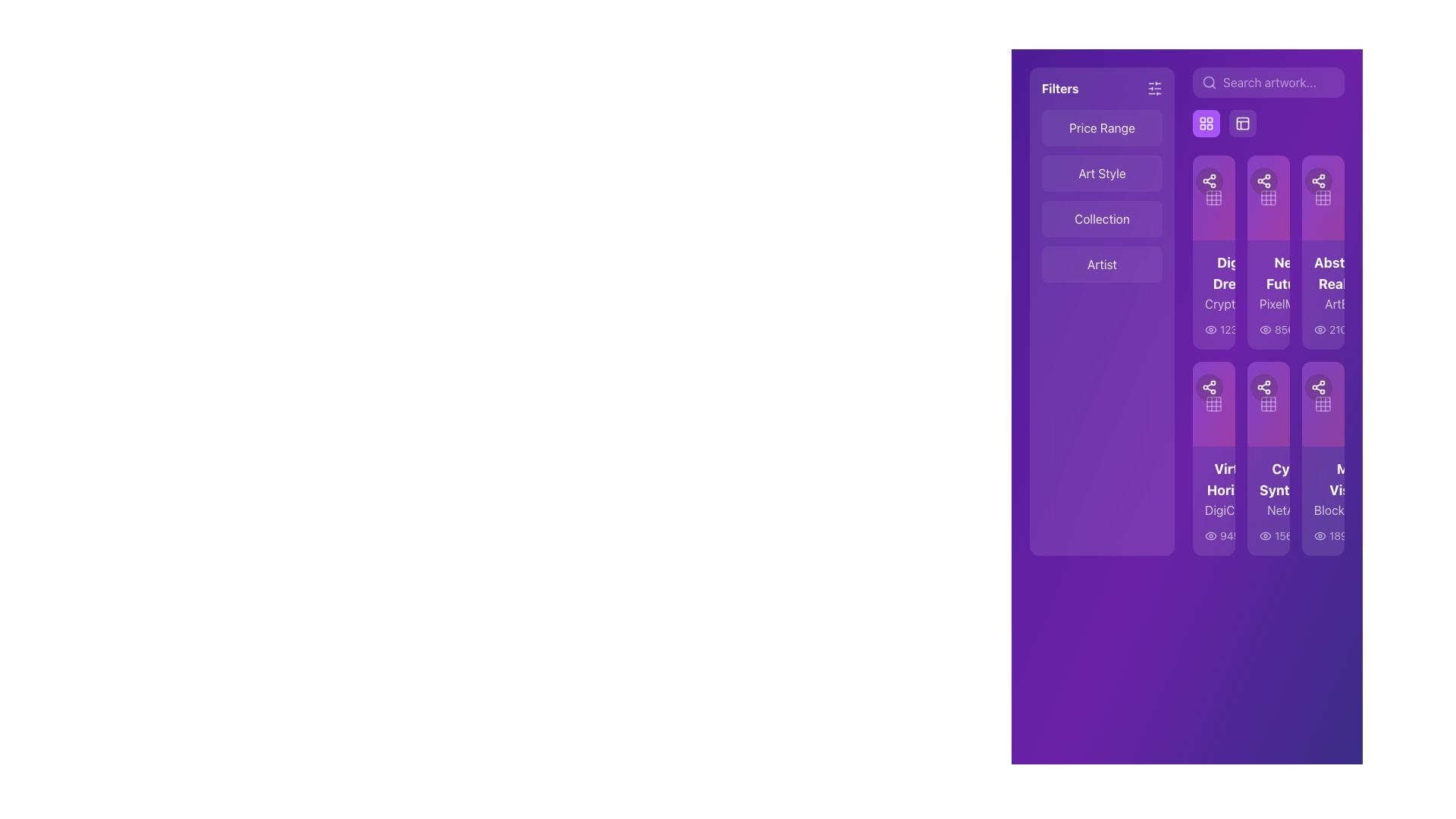 The width and height of the screenshot is (1456, 819). Describe the element at coordinates (1192, 180) in the screenshot. I see `the circular button with a sharing icon located in the top-right corner of the card section` at that location.